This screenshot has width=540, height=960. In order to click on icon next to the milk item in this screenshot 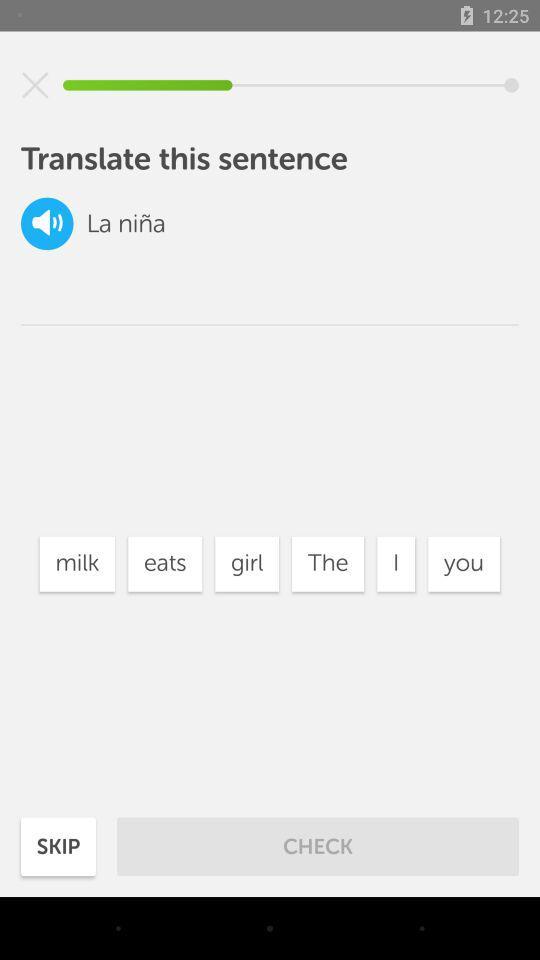, I will do `click(164, 564)`.